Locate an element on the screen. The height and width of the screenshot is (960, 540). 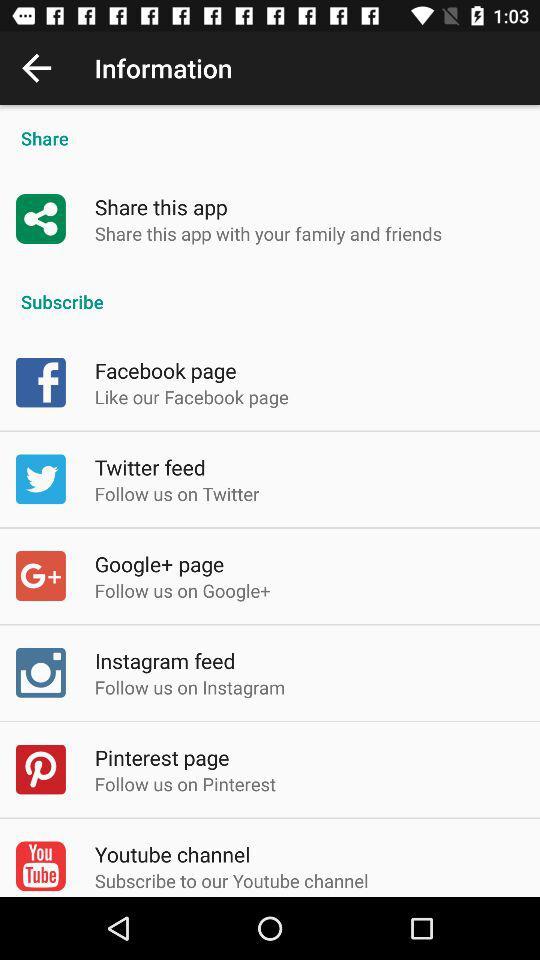
the item next to the information item is located at coordinates (36, 68).